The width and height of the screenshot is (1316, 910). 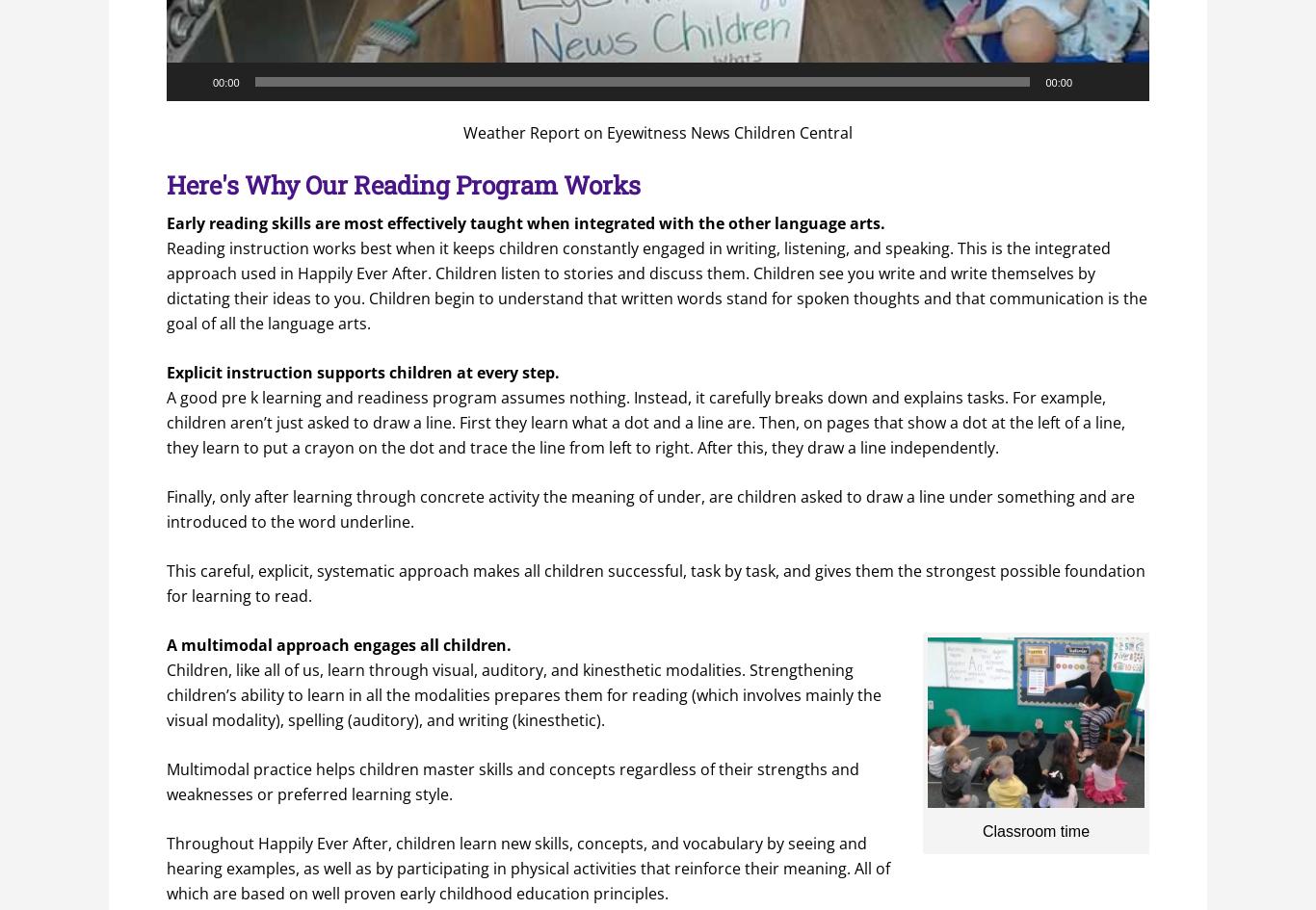 What do you see at coordinates (649, 507) in the screenshot?
I see `'Finally, only after learning through concrete activity the meaning of under, are children asked to draw a line under something and are introduced to the word underline.'` at bounding box center [649, 507].